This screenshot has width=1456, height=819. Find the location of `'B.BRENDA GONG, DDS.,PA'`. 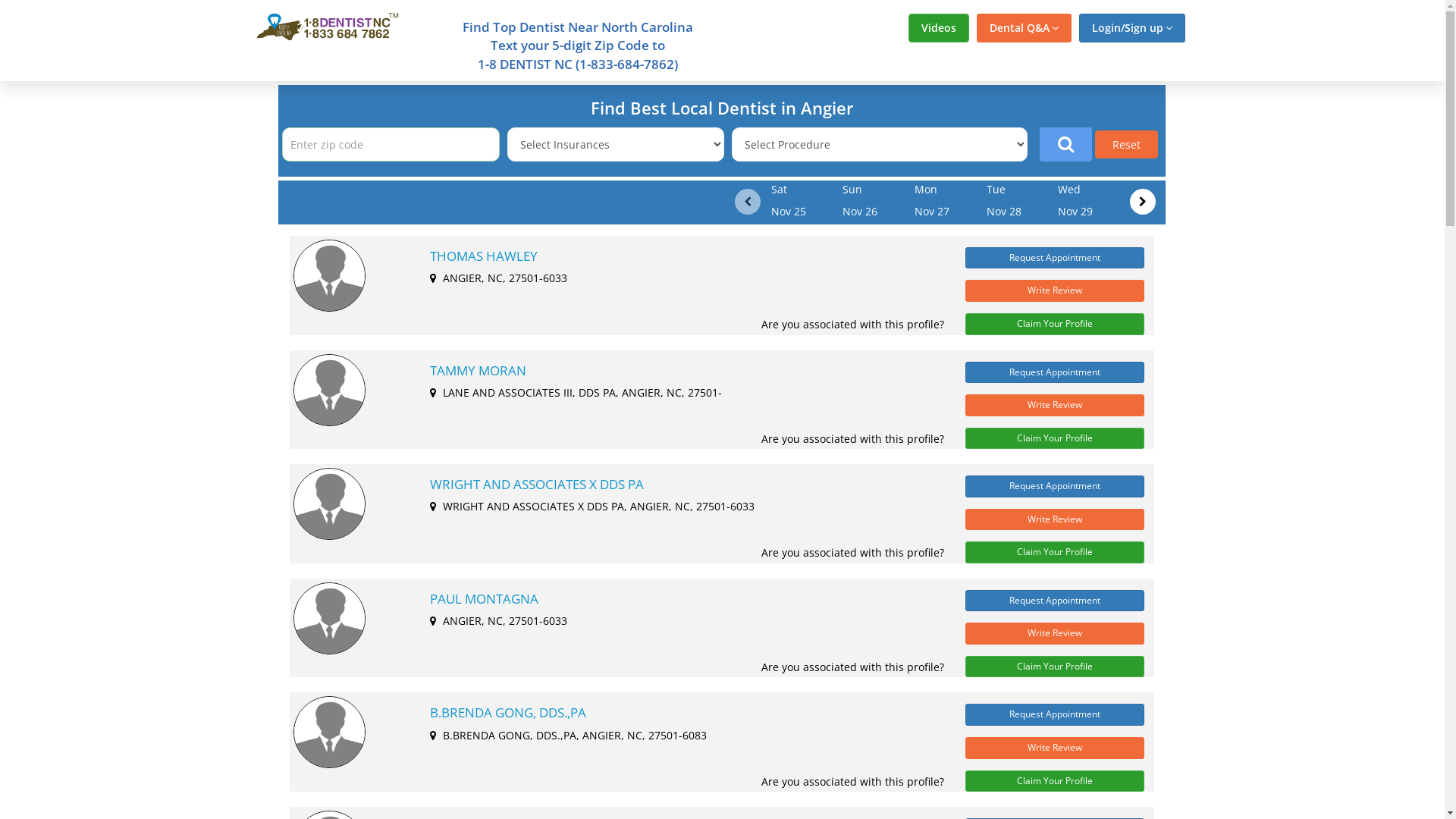

'B.BRENDA GONG, DDS.,PA' is located at coordinates (428, 713).